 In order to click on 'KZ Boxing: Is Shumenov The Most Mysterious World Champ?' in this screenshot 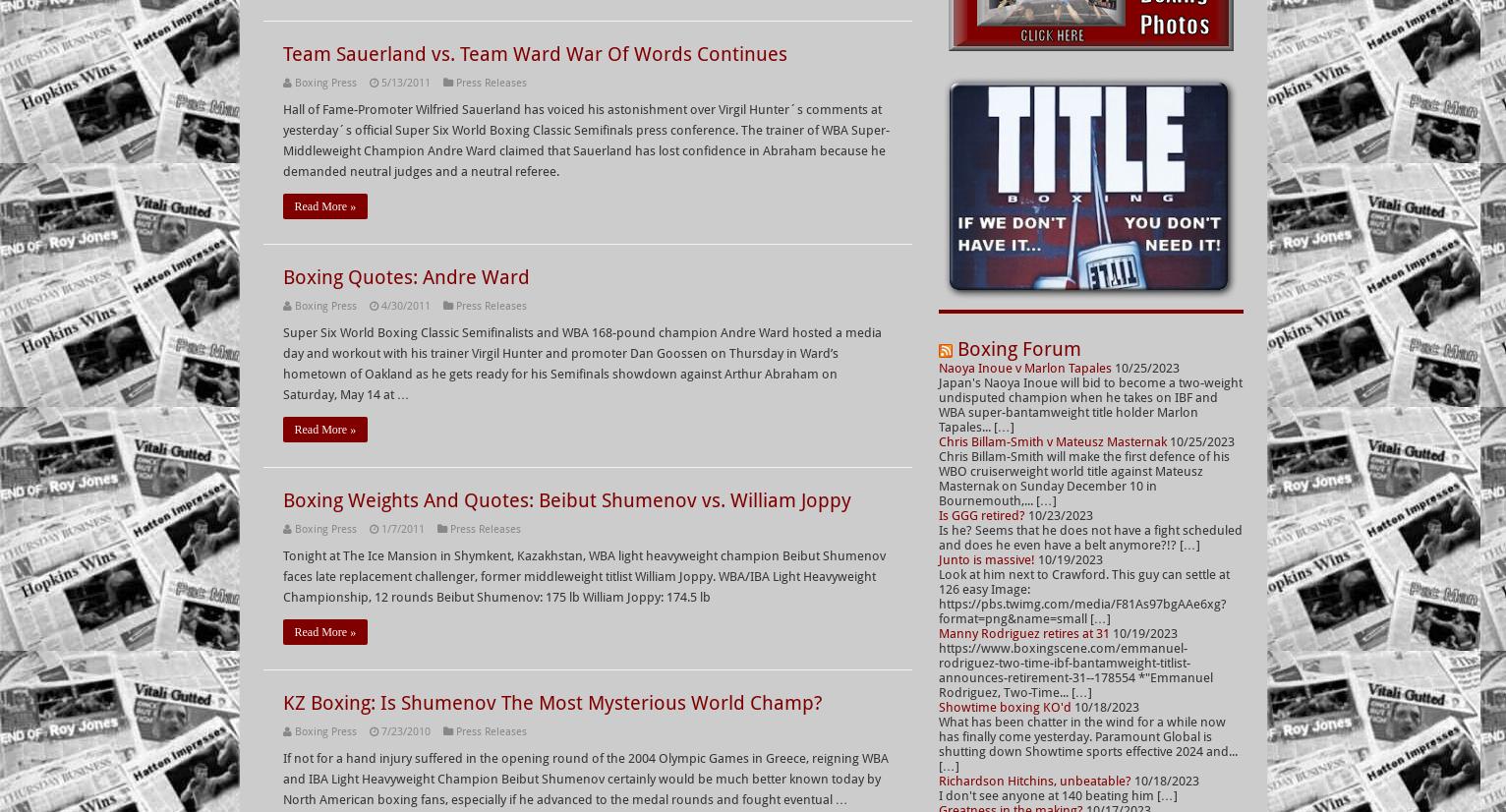, I will do `click(550, 702)`.